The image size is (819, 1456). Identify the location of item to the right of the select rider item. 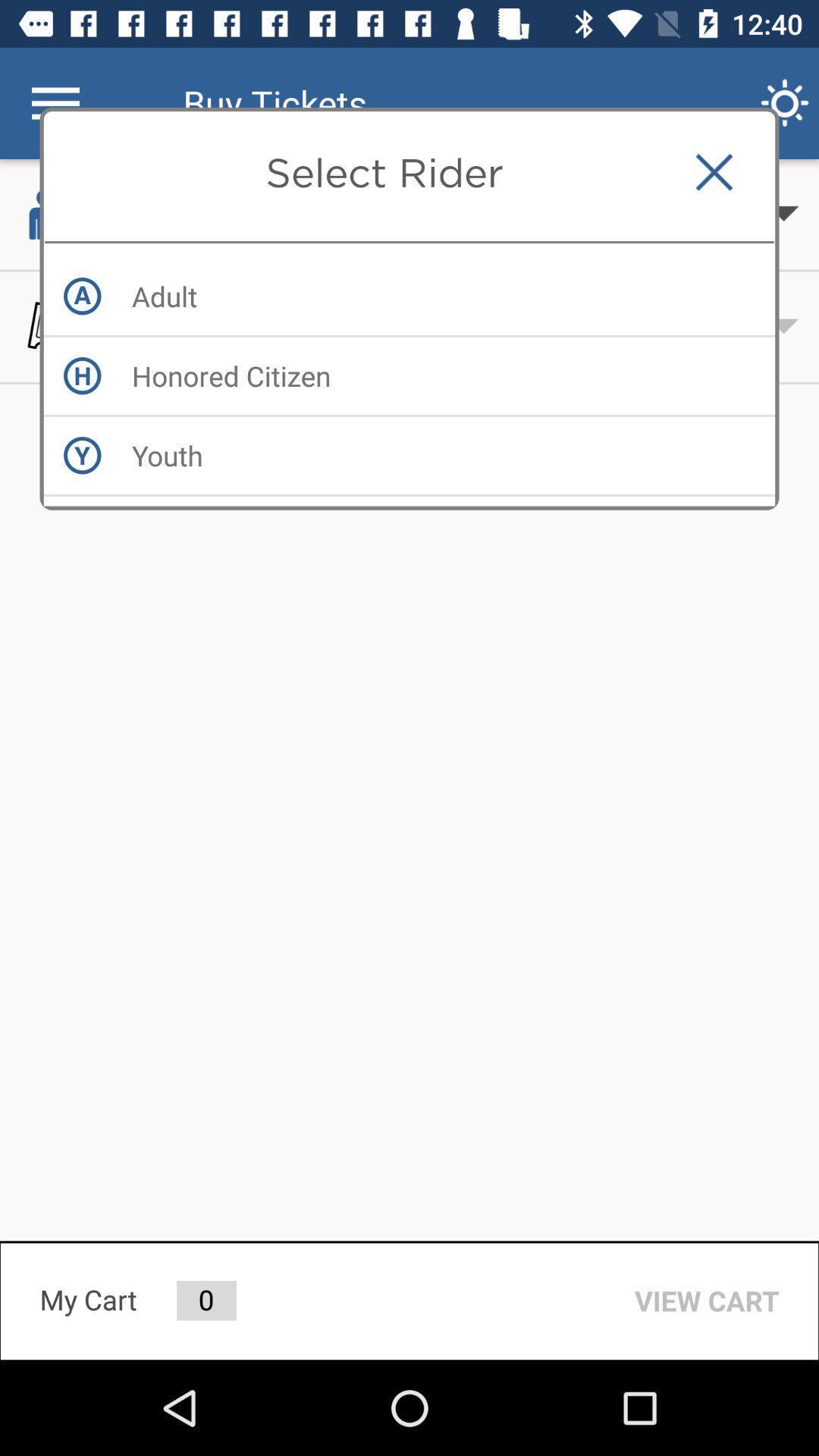
(714, 172).